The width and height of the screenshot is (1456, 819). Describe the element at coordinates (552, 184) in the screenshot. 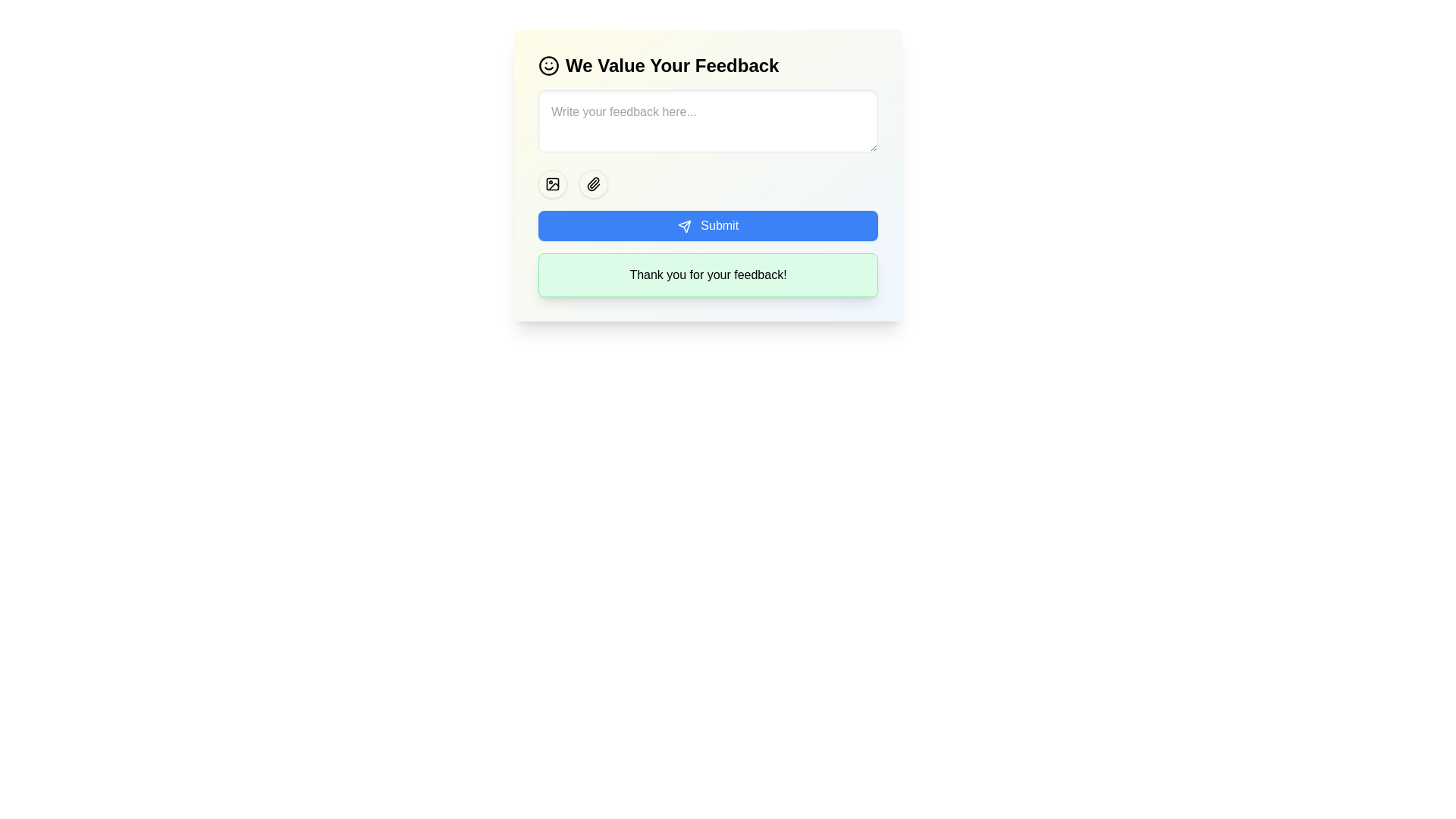

I see `the minimalist SVG rectangle with rounded corners, which represents an image placeholder and is positioned to the left of the text input field in the feedback form interface` at that location.